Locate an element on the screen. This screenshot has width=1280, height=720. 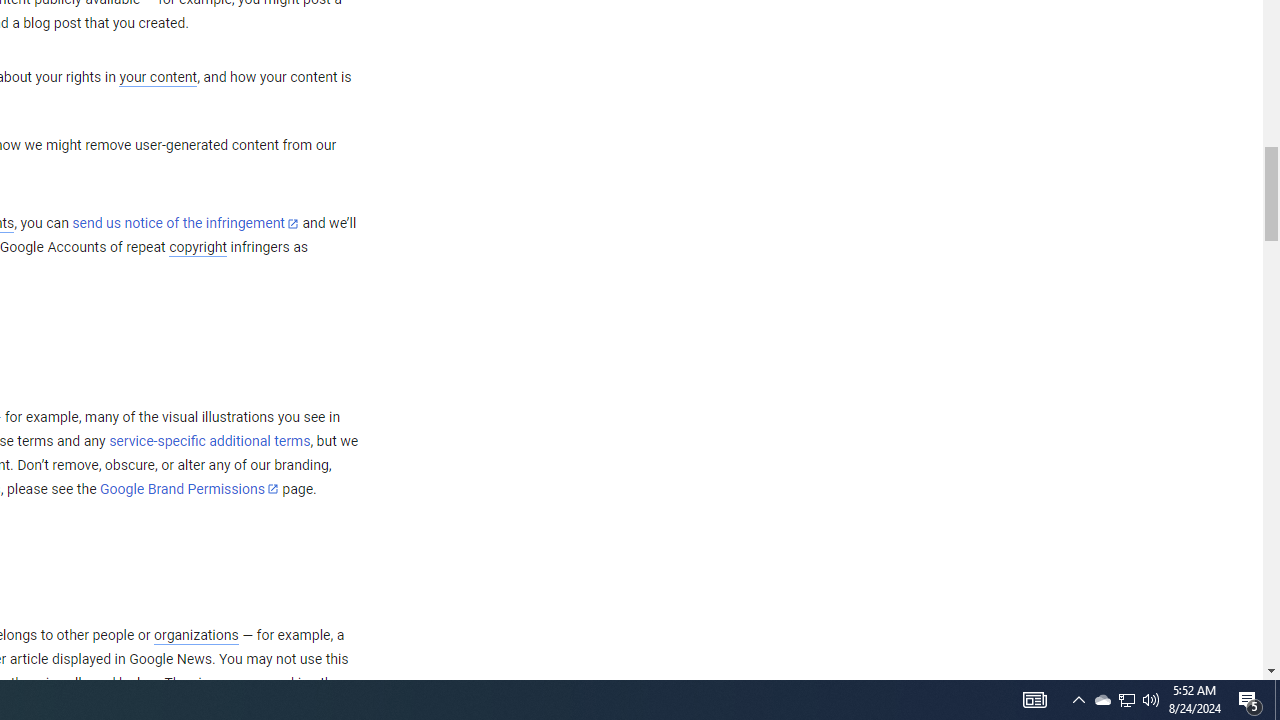
'service-specific additional terms' is located at coordinates (209, 440).